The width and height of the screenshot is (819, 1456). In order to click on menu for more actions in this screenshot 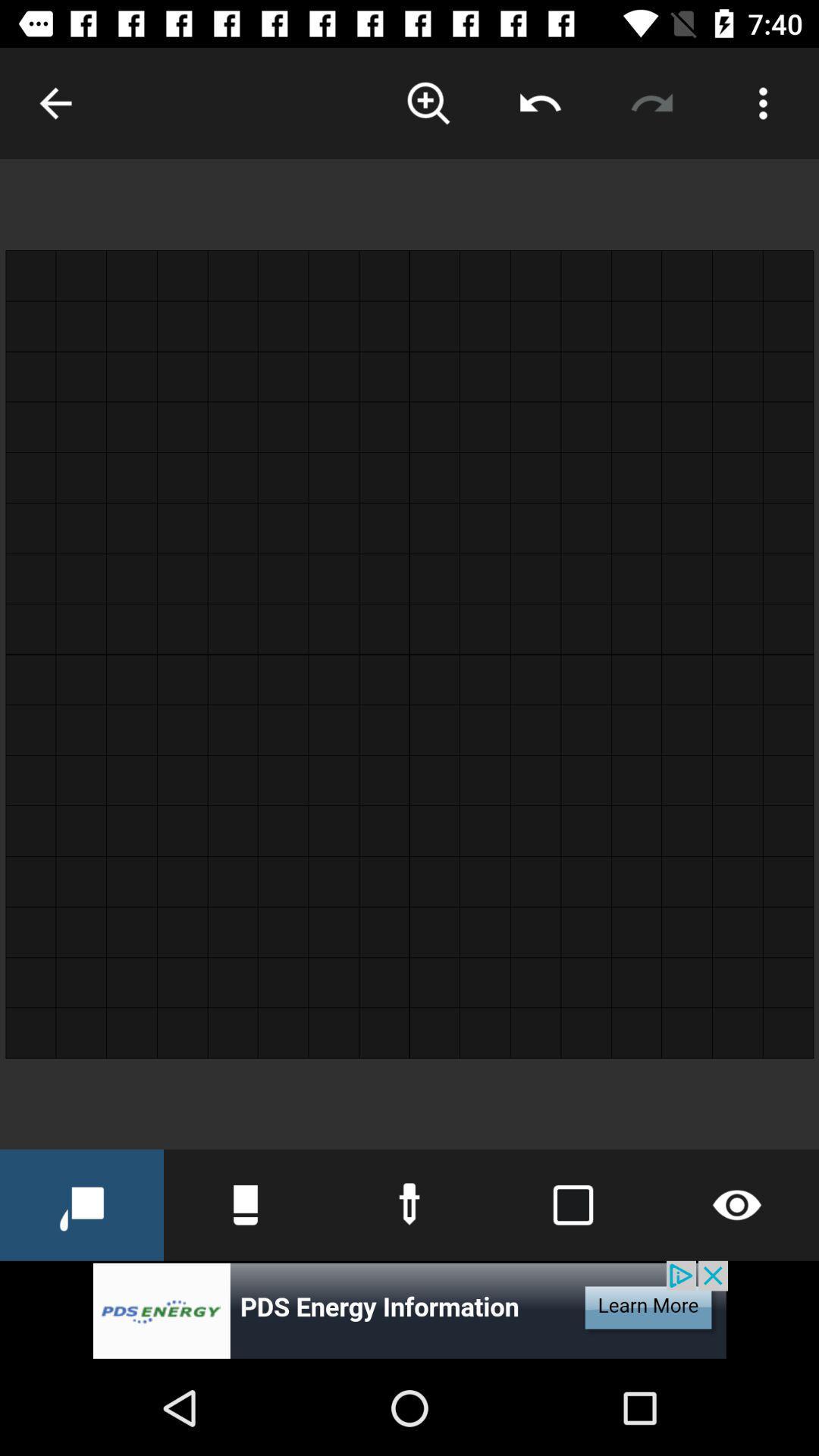, I will do `click(763, 102)`.